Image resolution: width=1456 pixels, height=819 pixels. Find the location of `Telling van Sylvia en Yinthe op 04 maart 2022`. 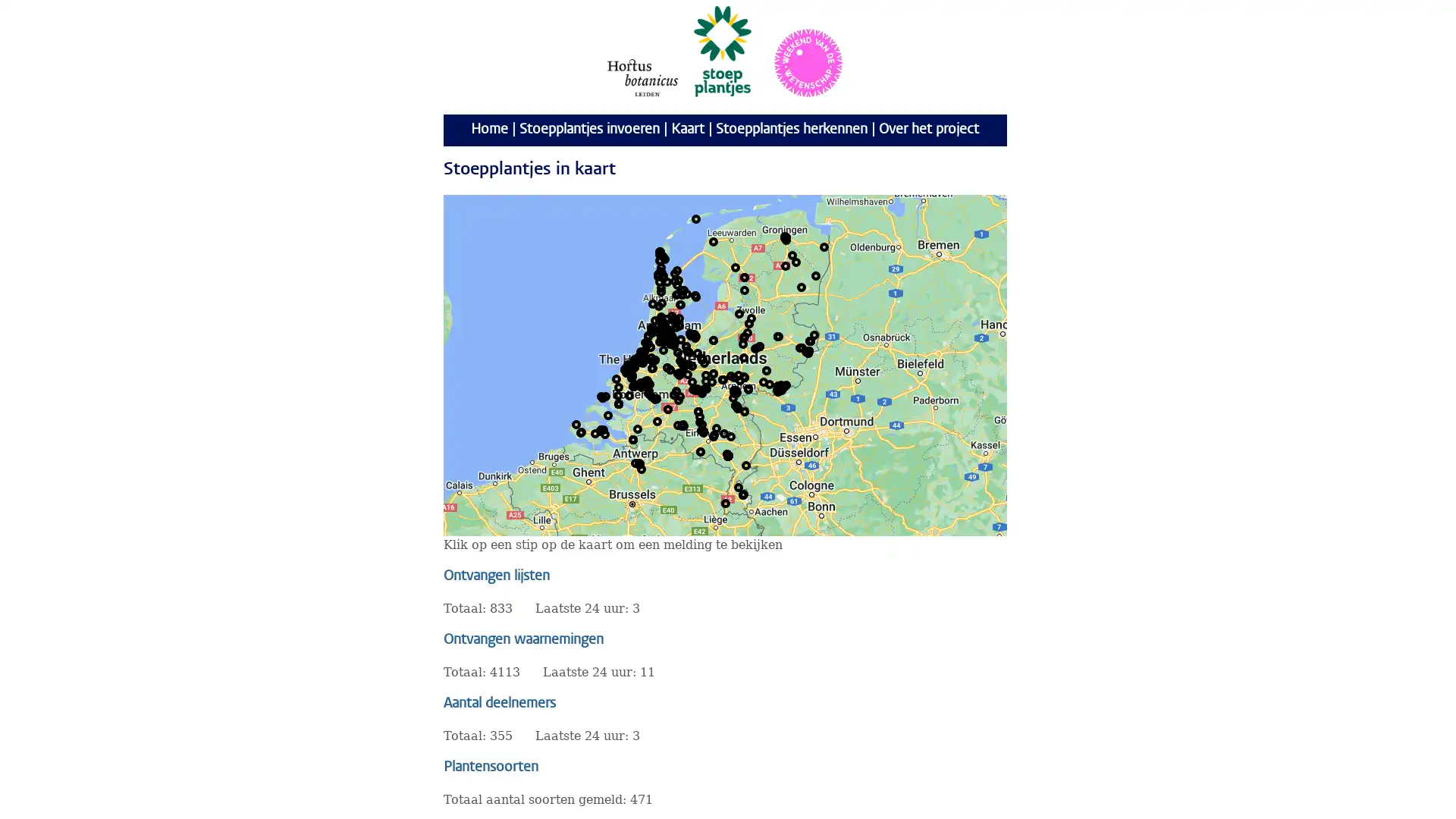

Telling van Sylvia en Yinthe op 04 maart 2022 is located at coordinates (667, 408).